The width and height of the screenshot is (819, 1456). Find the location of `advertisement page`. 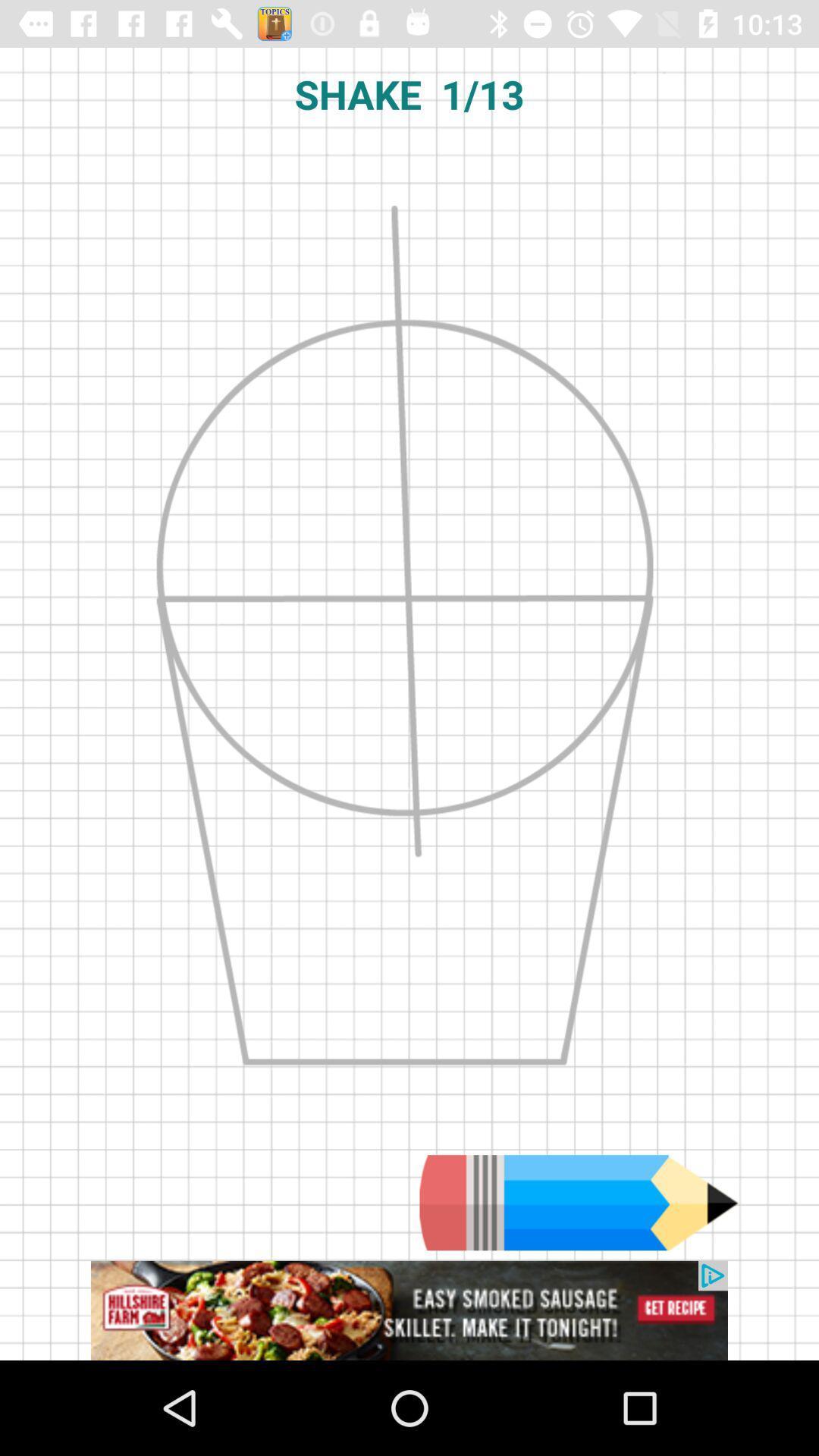

advertisement page is located at coordinates (409, 1310).